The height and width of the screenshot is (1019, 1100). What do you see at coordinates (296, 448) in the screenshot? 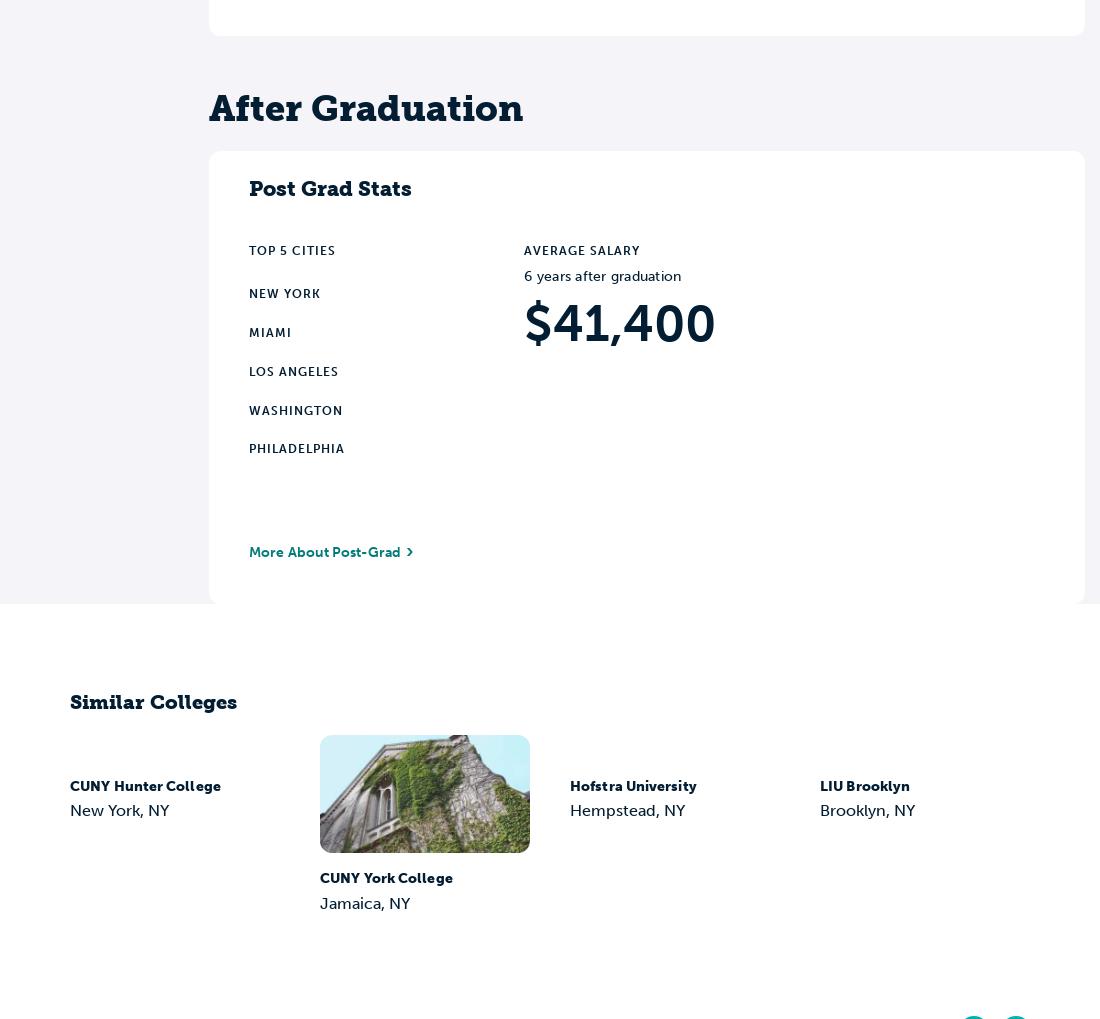
I see `'Philadelphia'` at bounding box center [296, 448].